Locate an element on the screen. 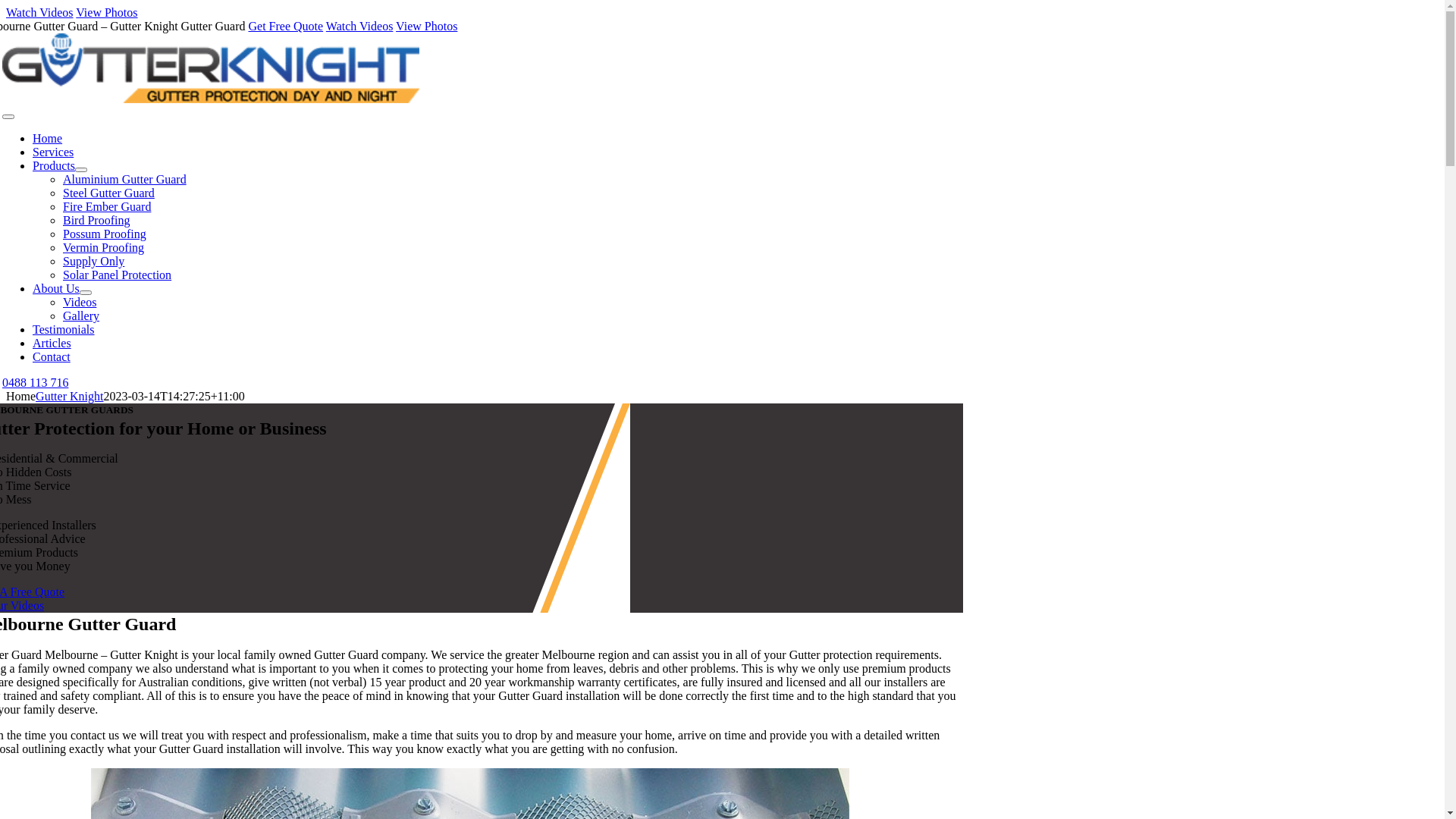  'Testimonials' is located at coordinates (63, 328).